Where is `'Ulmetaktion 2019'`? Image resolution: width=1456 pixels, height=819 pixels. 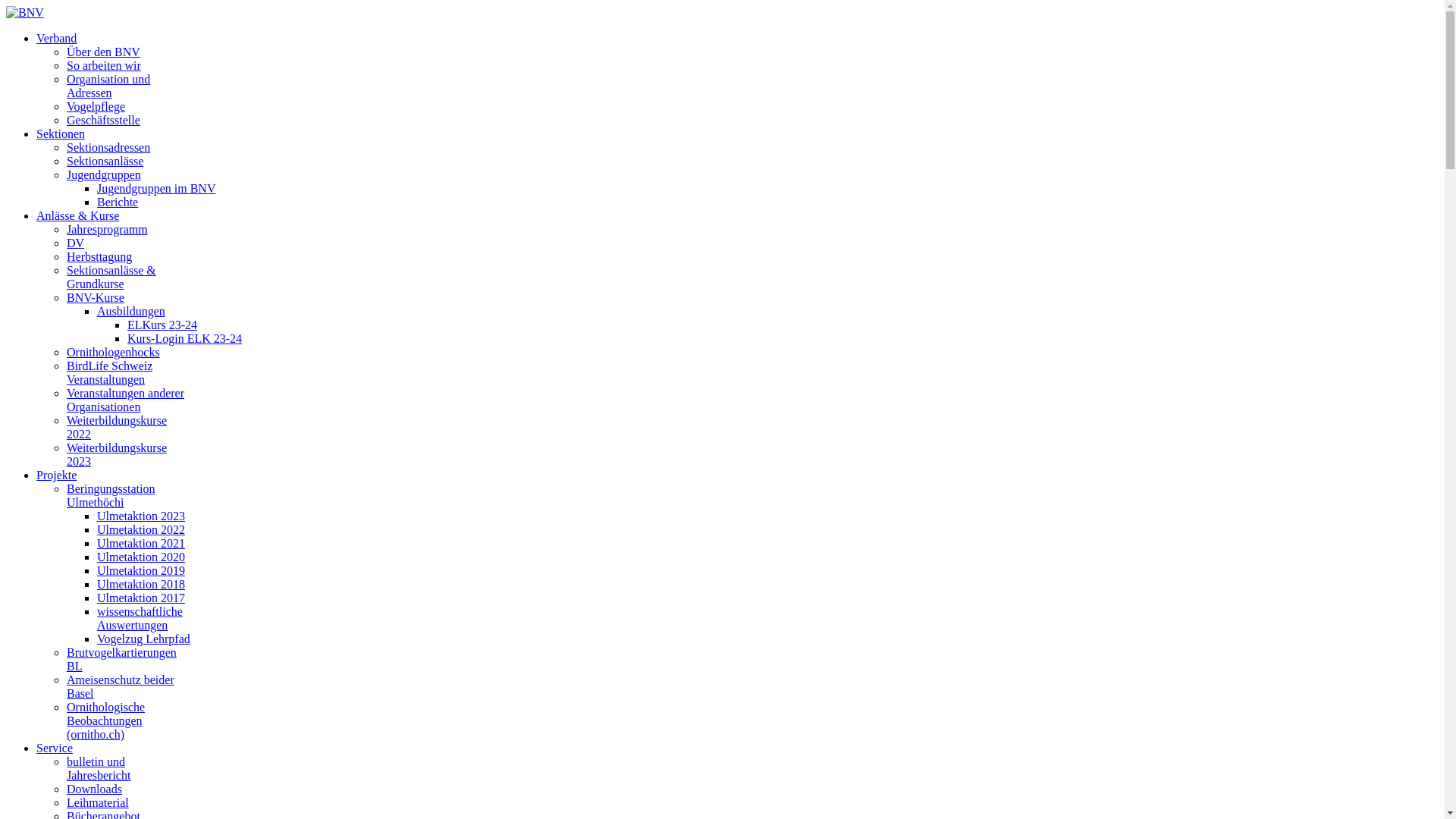
'Ulmetaktion 2019' is located at coordinates (141, 570).